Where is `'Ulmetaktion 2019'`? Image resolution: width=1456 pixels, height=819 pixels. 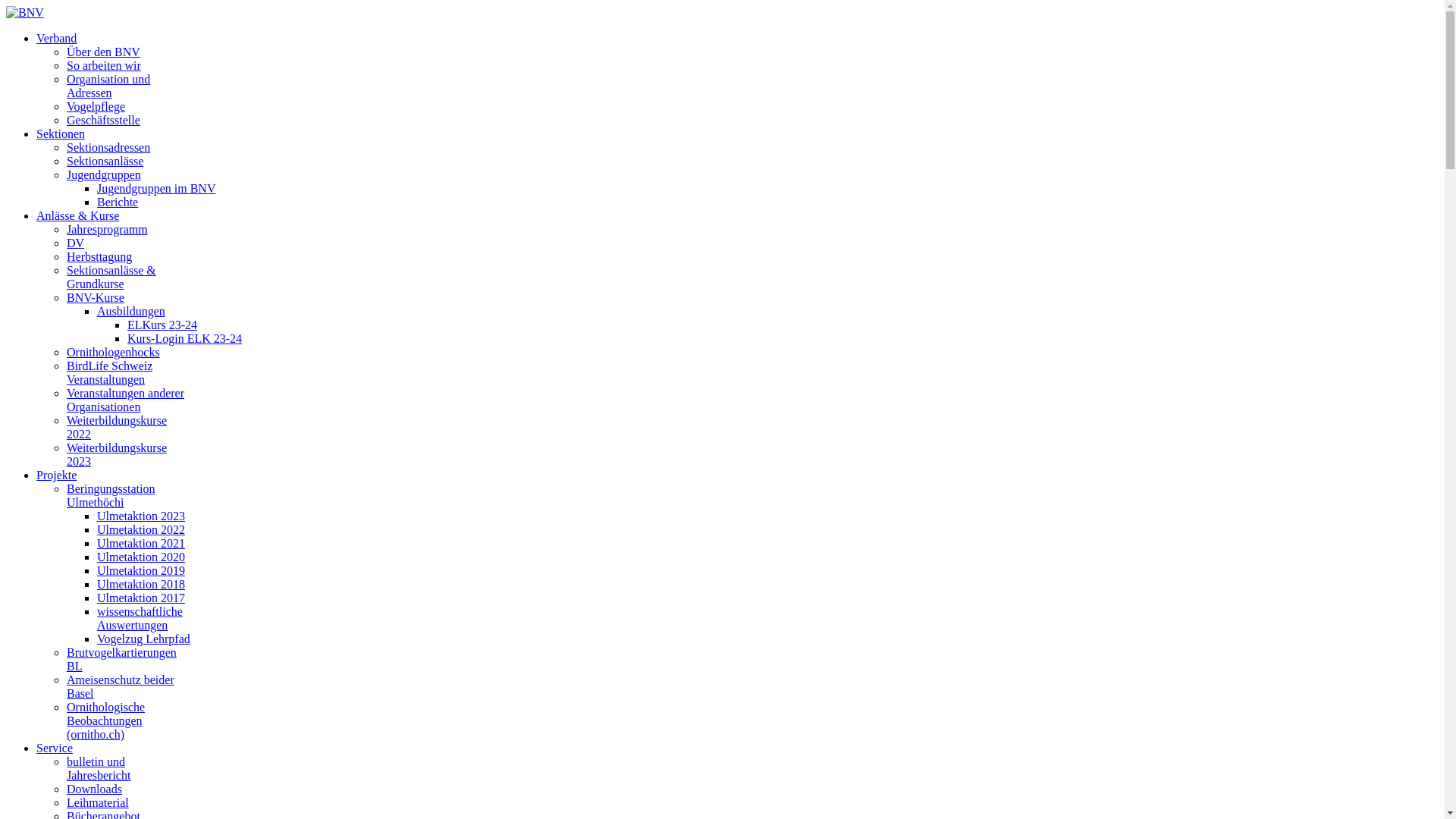
'Ulmetaktion 2019' is located at coordinates (141, 570).